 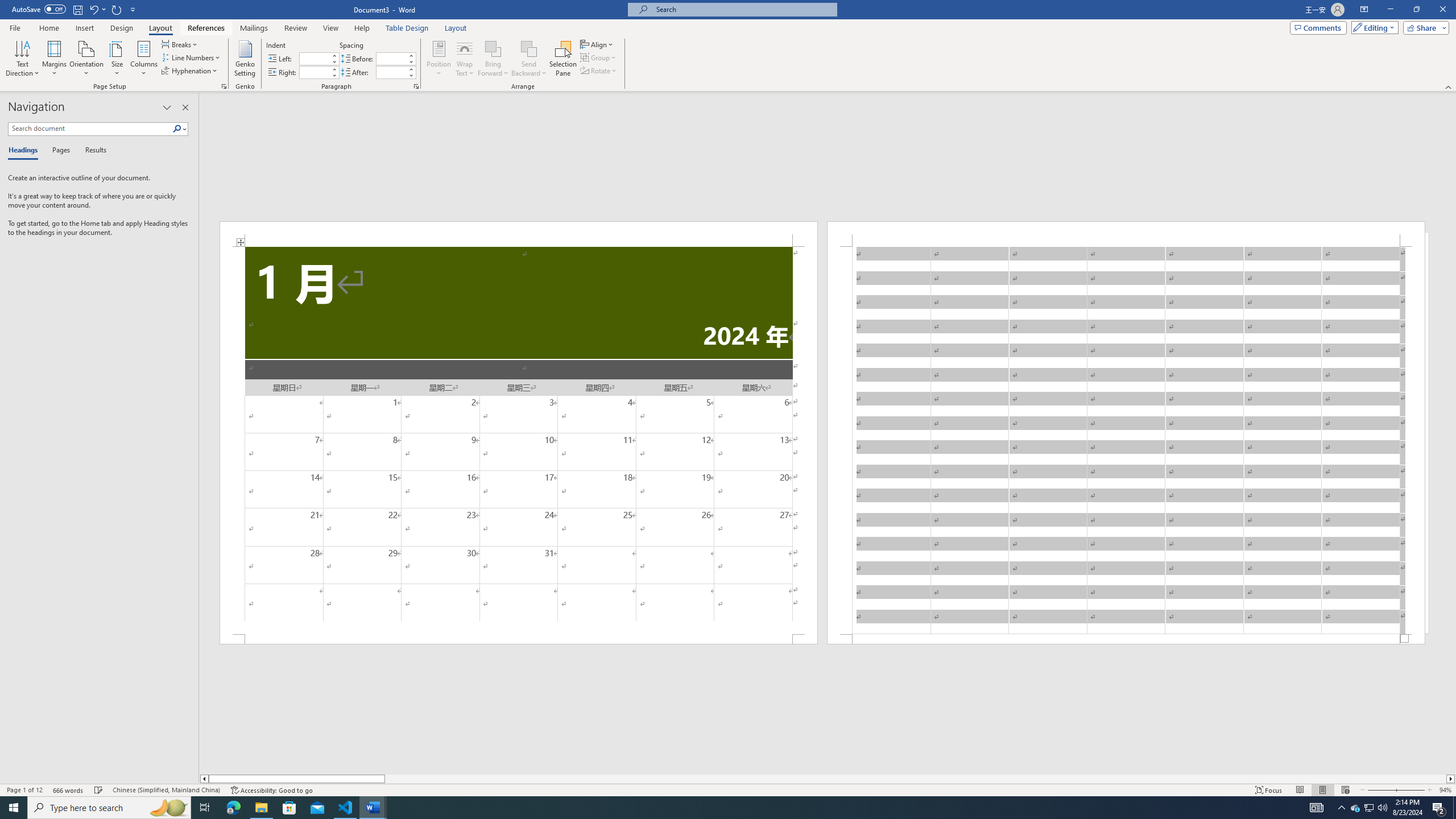 What do you see at coordinates (84, 28) in the screenshot?
I see `'Insert'` at bounding box center [84, 28].